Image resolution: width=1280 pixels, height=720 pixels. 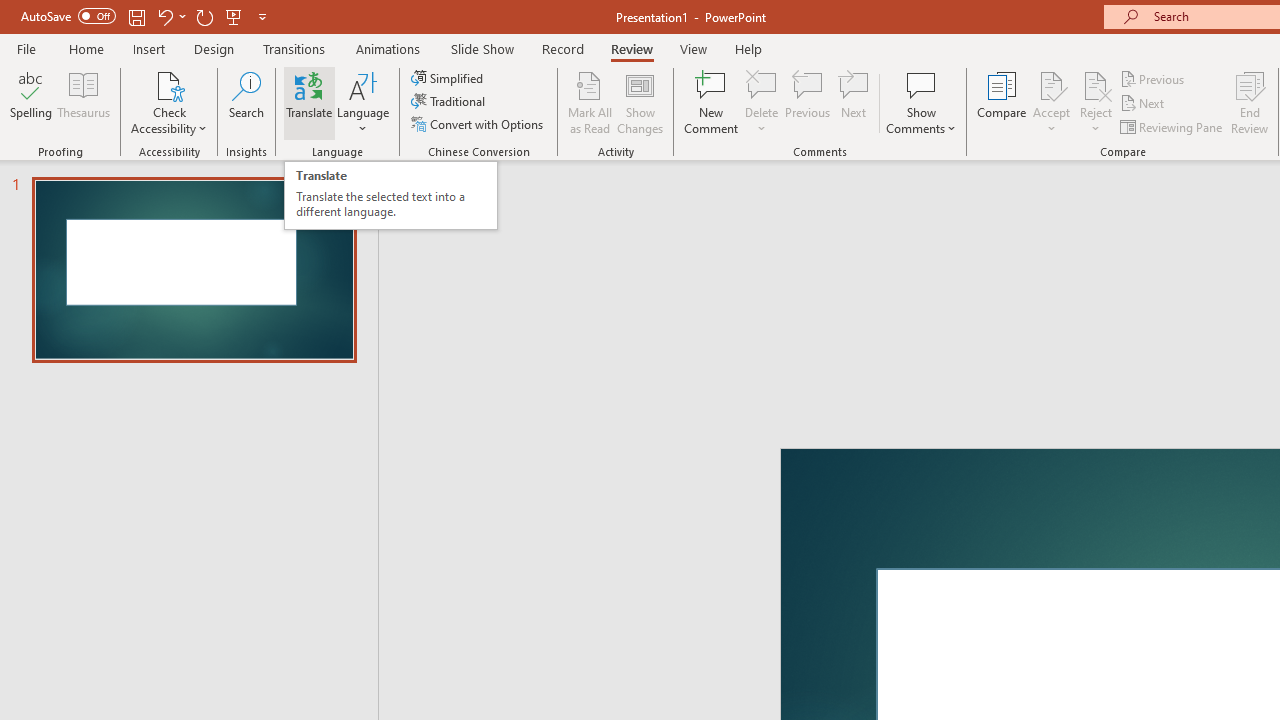 What do you see at coordinates (1002, 103) in the screenshot?
I see `'Compare'` at bounding box center [1002, 103].